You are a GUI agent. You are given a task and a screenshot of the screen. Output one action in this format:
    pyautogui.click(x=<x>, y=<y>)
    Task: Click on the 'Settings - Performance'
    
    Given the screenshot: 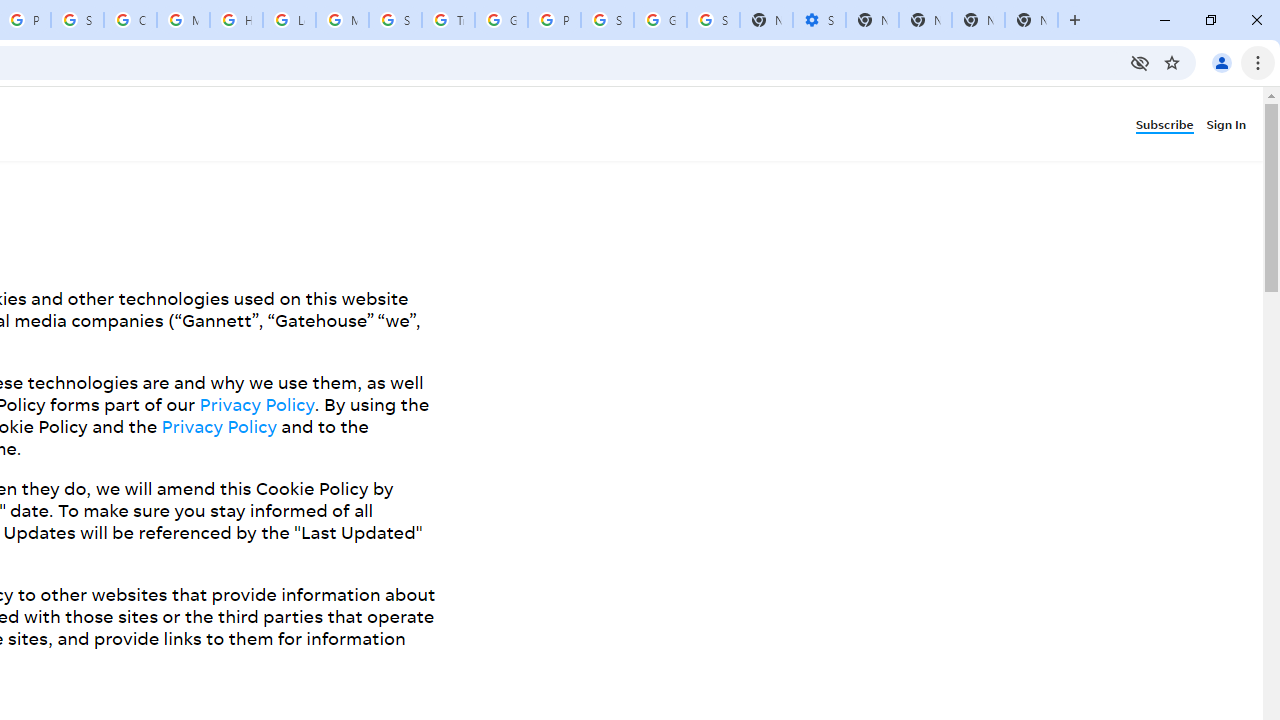 What is the action you would take?
    pyautogui.click(x=819, y=20)
    